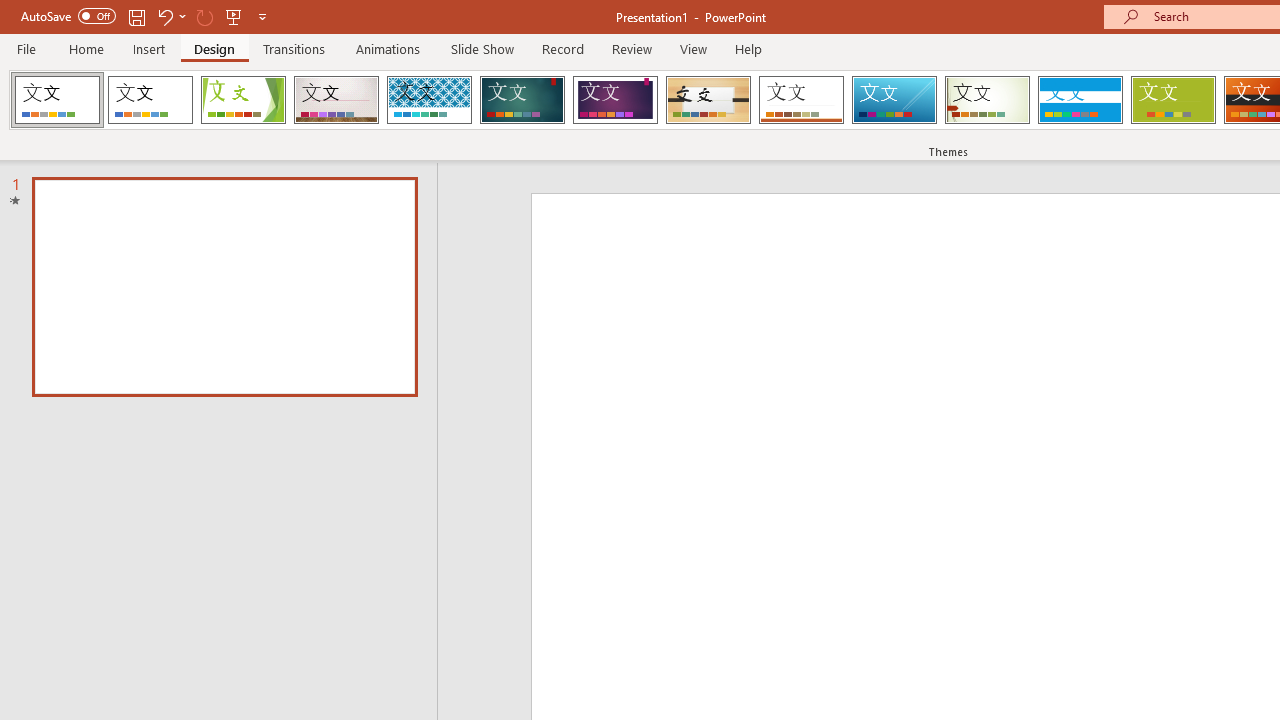 This screenshot has height=720, width=1280. I want to click on 'Wisp Loading Preview...', so click(987, 100).